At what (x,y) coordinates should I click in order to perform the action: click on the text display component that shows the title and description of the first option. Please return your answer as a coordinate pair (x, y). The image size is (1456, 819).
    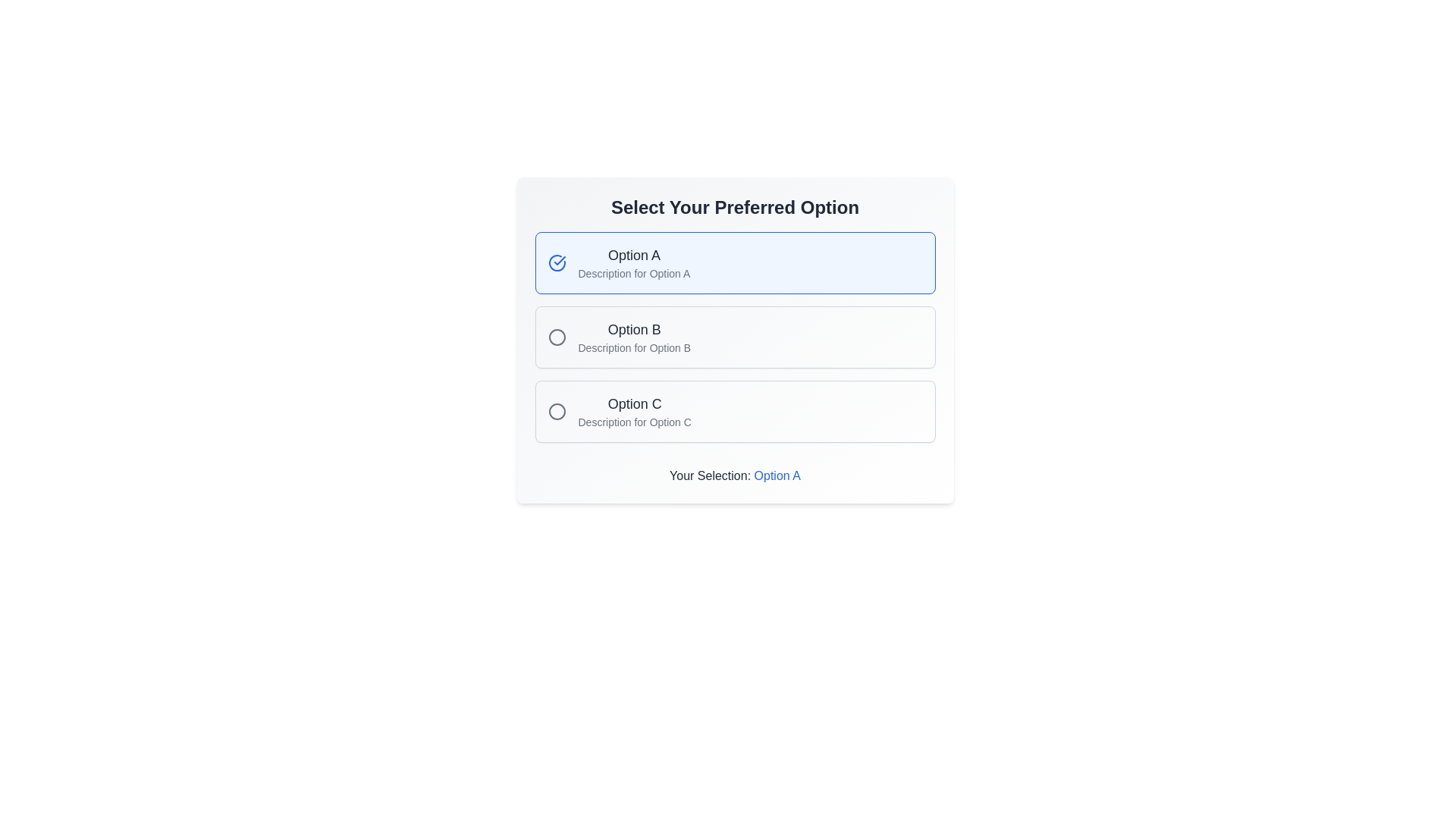
    Looking at the image, I should click on (634, 262).